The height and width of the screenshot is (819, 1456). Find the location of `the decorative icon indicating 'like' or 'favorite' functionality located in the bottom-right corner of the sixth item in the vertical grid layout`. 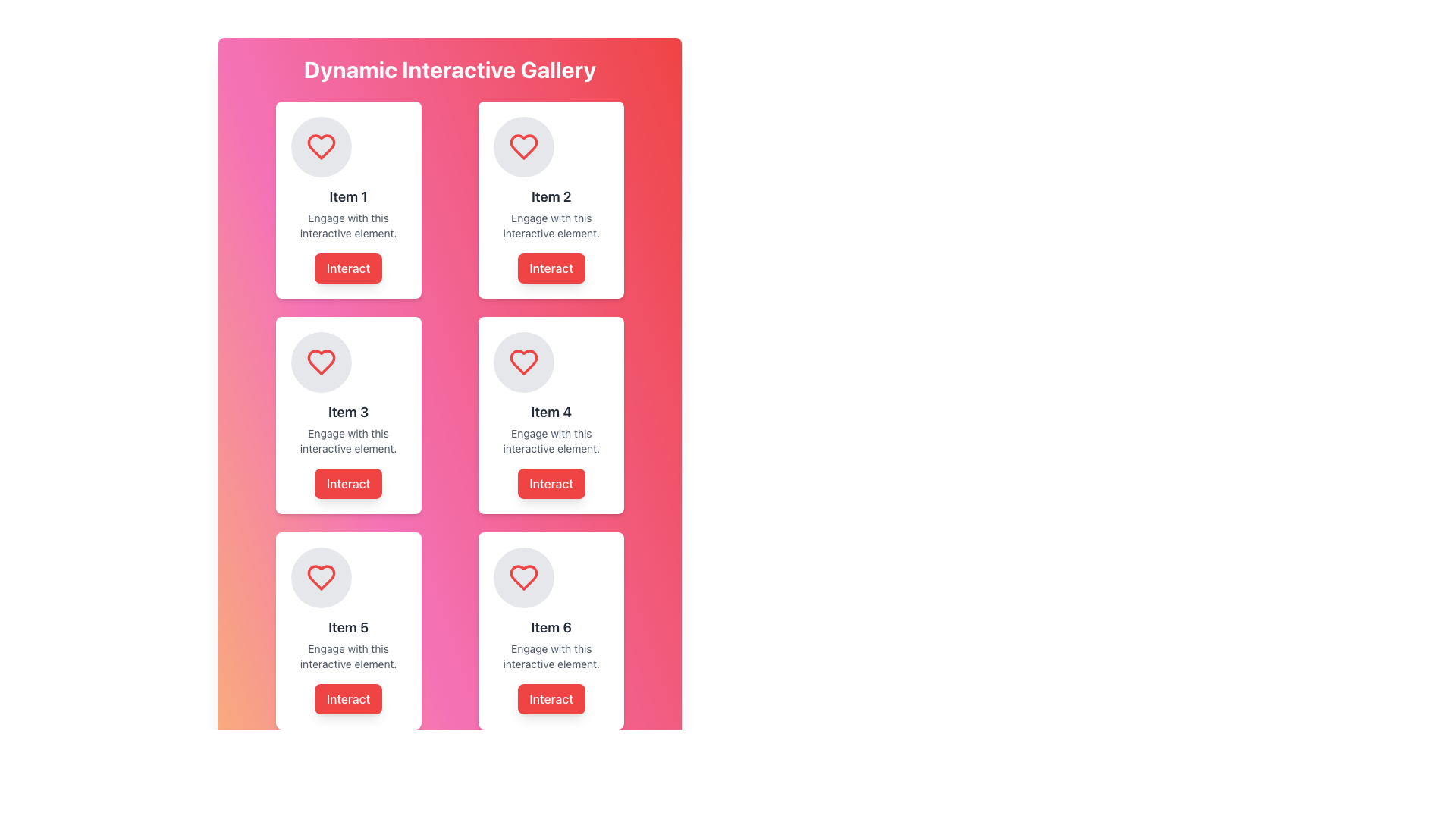

the decorative icon indicating 'like' or 'favorite' functionality located in the bottom-right corner of the sixth item in the vertical grid layout is located at coordinates (524, 578).